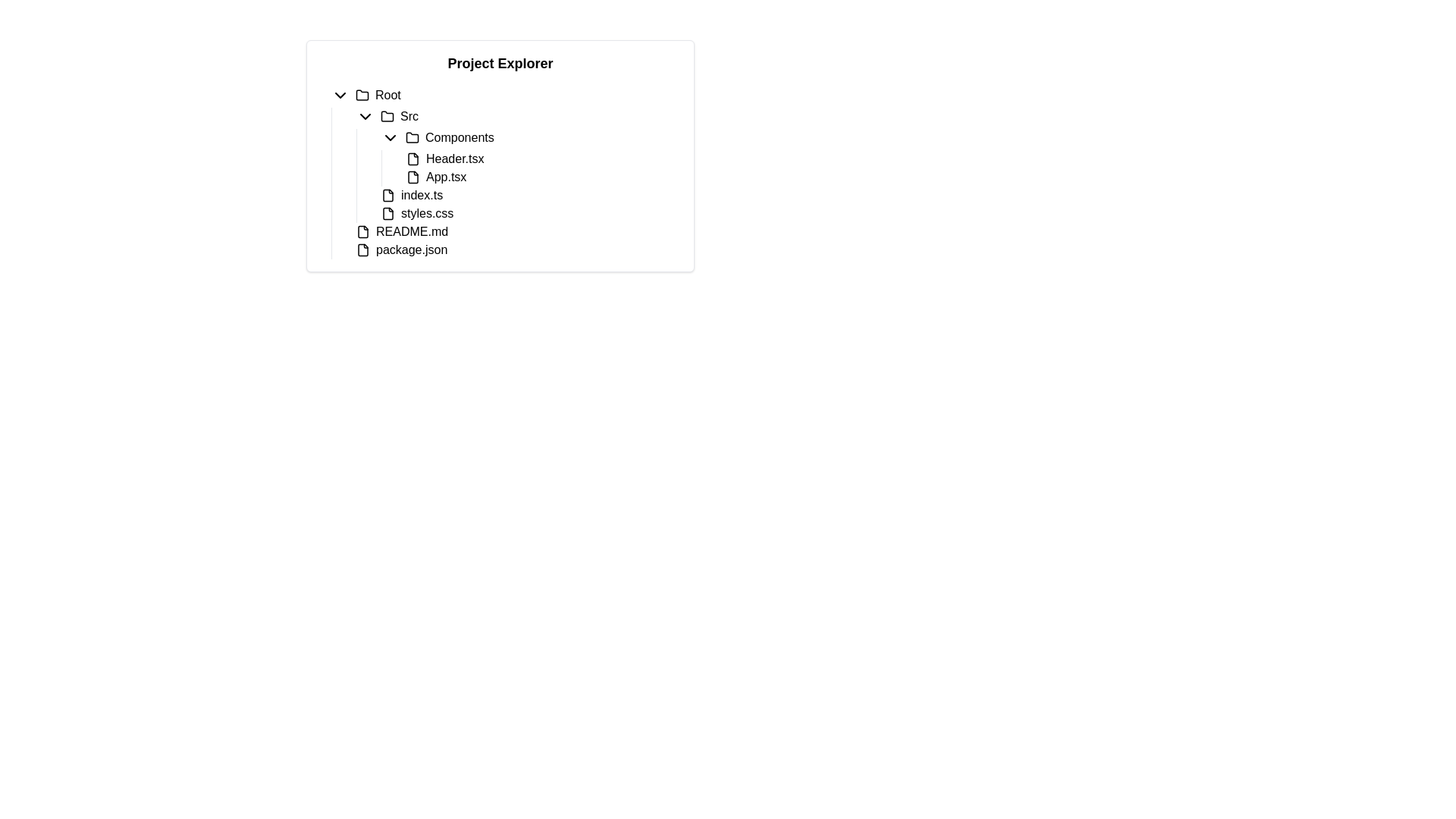 The height and width of the screenshot is (819, 1456). Describe the element at coordinates (459, 137) in the screenshot. I see `text from the Label element displaying 'Components' located in the project explorer tree structure under 'Root > Src', positioned between the chevron and folder icon above 'Header.tsx' and 'App.tsx'` at that location.